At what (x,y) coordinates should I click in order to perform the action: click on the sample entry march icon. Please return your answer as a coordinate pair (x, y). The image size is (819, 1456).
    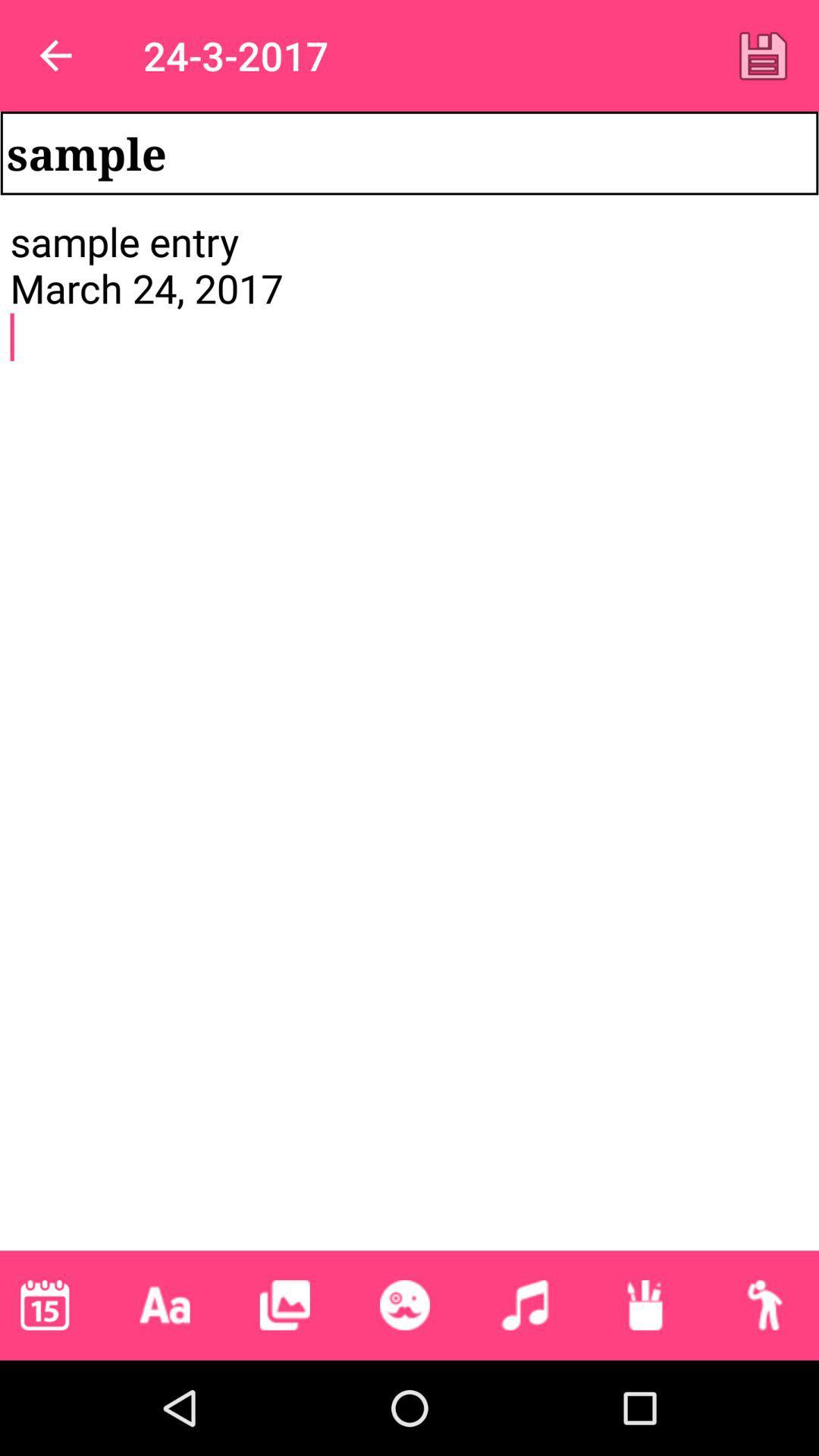
    Looking at the image, I should click on (409, 733).